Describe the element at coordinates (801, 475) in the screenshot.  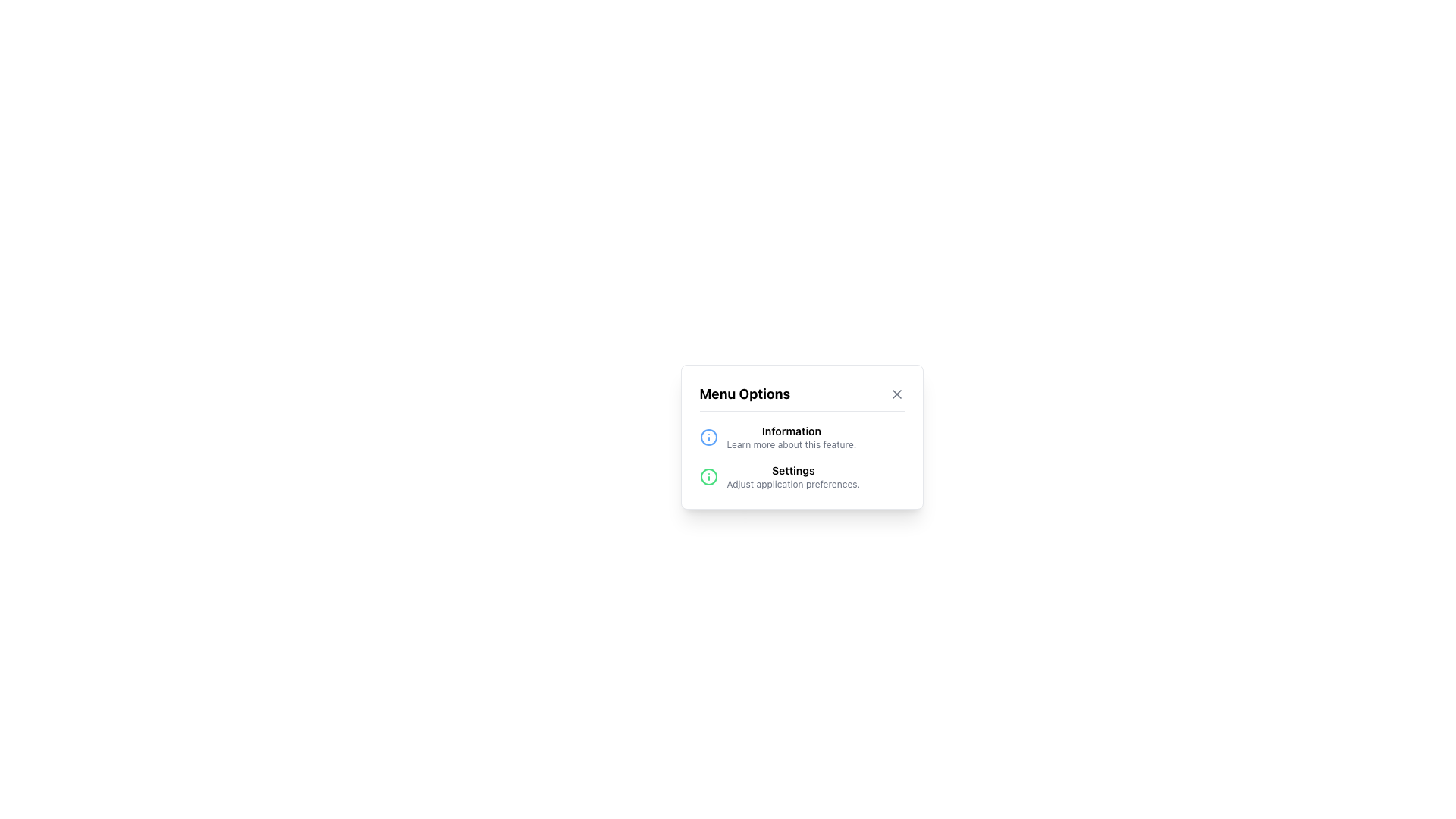
I see `the Settings menu item, which features a green circular icon with 'i' and text describing 'Adjust application preferences.'` at that location.